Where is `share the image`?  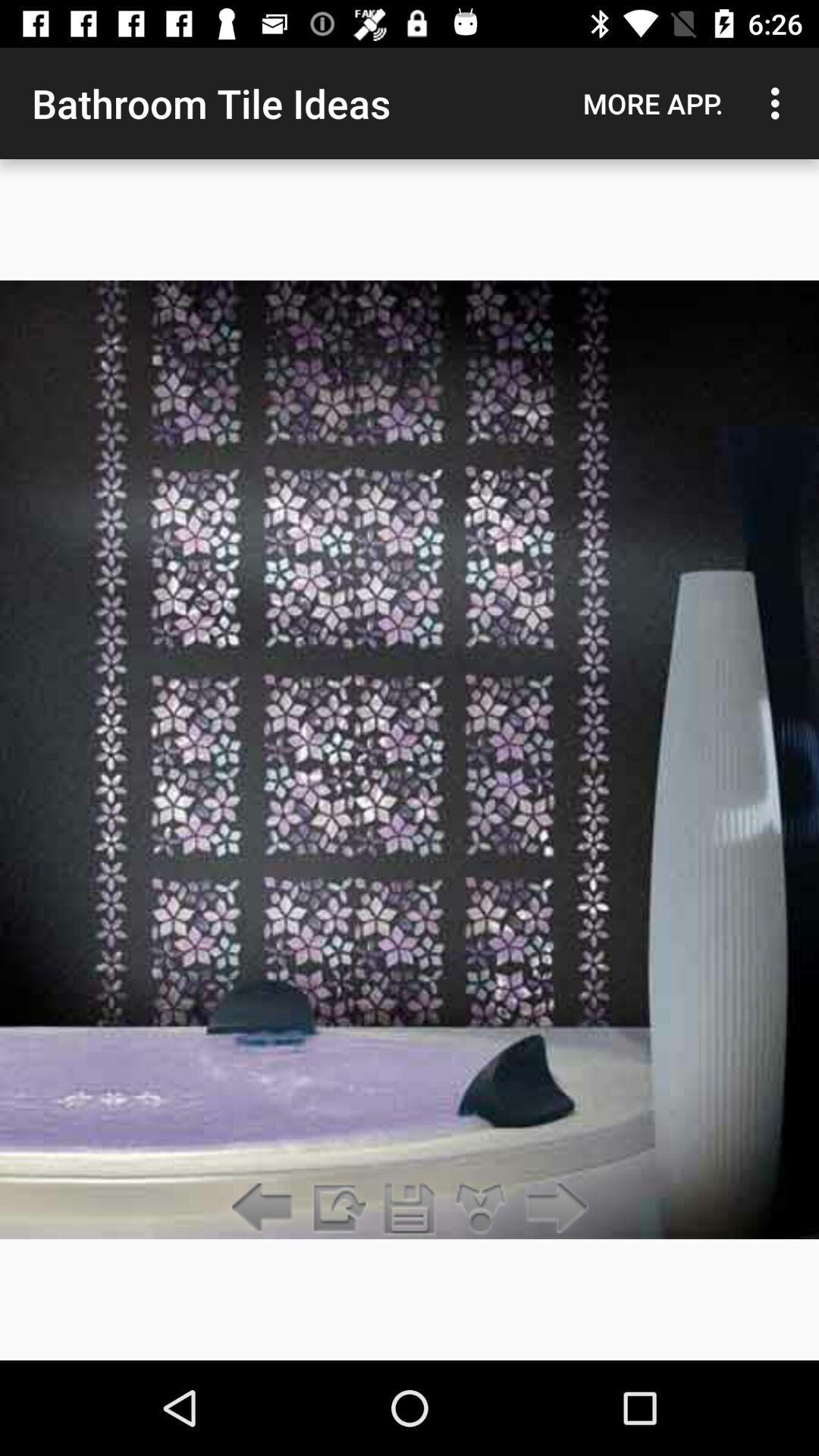
share the image is located at coordinates (337, 1208).